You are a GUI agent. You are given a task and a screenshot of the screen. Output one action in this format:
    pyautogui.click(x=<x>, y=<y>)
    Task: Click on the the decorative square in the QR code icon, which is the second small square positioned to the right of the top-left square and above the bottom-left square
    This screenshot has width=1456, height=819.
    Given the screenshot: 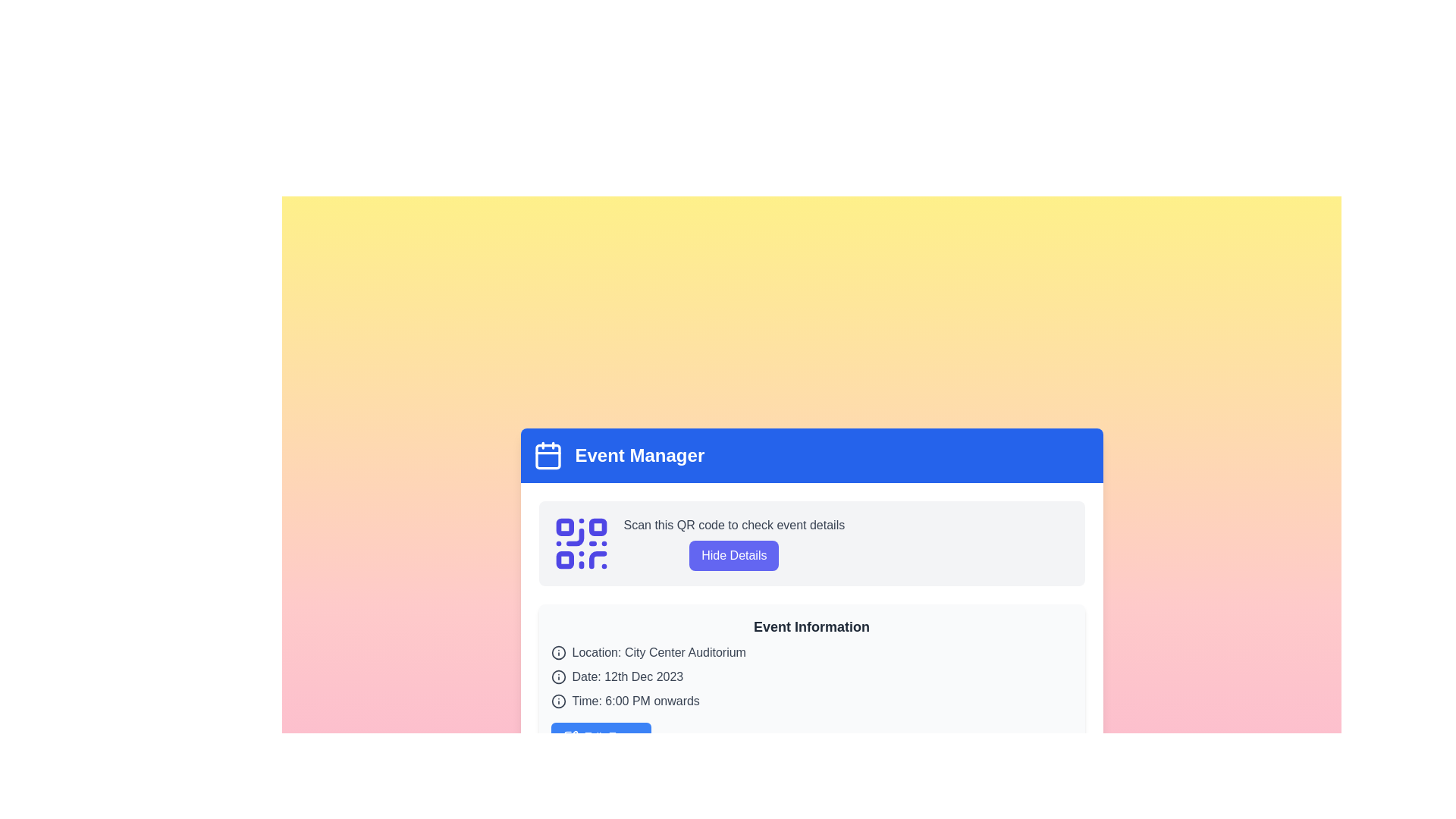 What is the action you would take?
    pyautogui.click(x=597, y=526)
    